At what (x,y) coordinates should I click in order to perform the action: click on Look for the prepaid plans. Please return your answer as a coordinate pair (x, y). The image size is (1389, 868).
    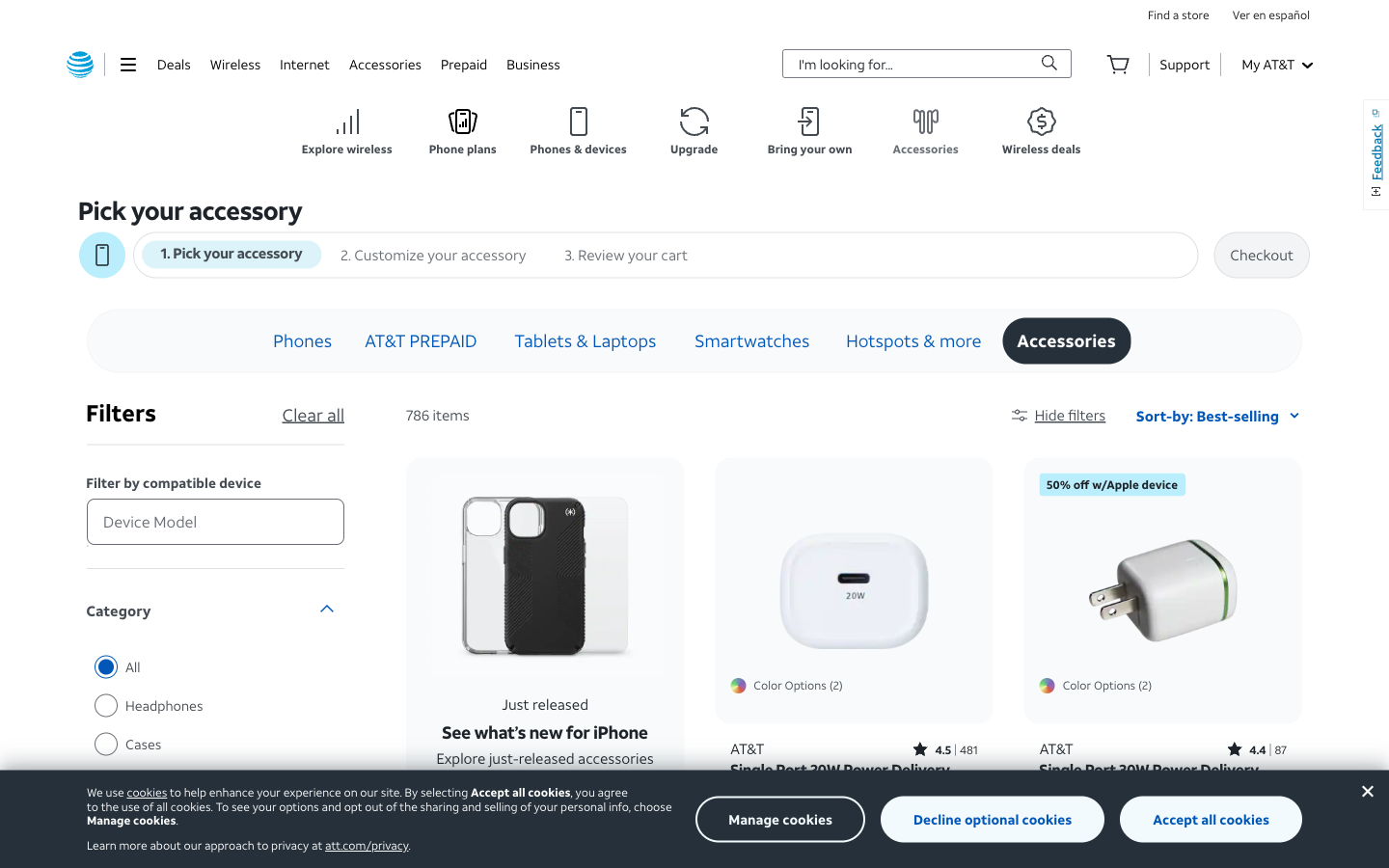
    Looking at the image, I should click on (463, 63).